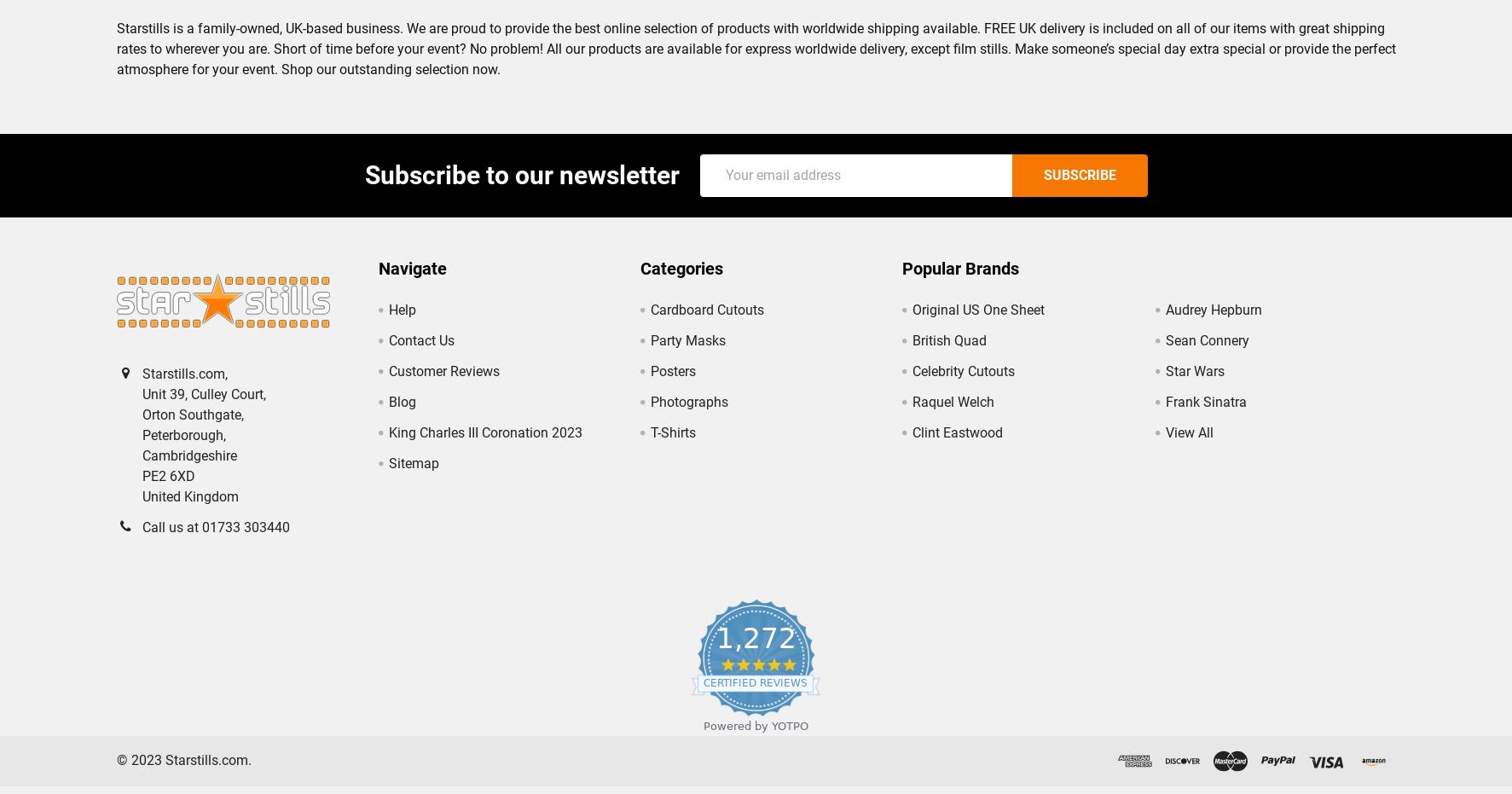 Image resolution: width=1512 pixels, height=794 pixels. What do you see at coordinates (1206, 353) in the screenshot?
I see `'Sean Connery'` at bounding box center [1206, 353].